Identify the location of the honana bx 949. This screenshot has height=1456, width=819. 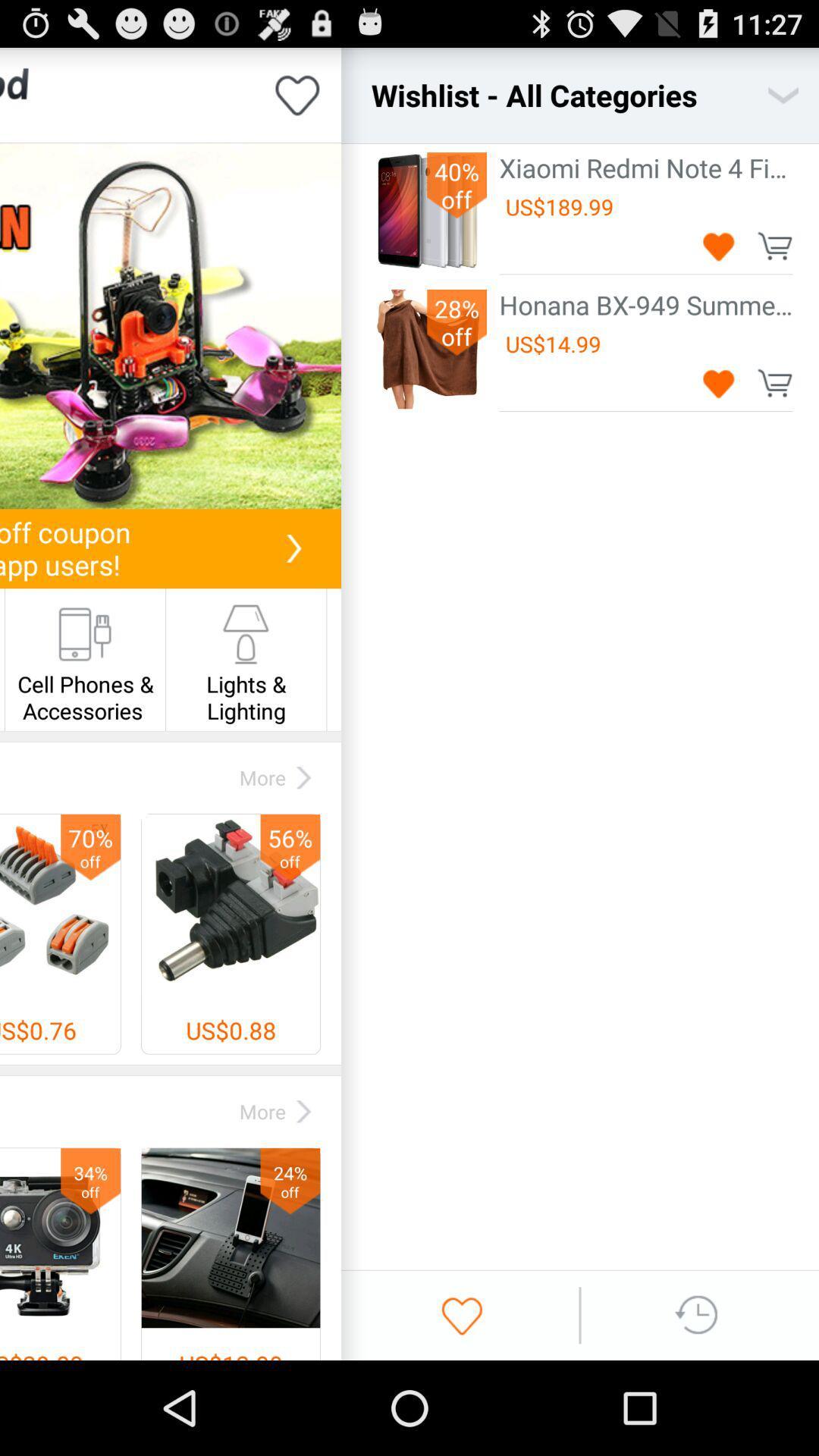
(646, 304).